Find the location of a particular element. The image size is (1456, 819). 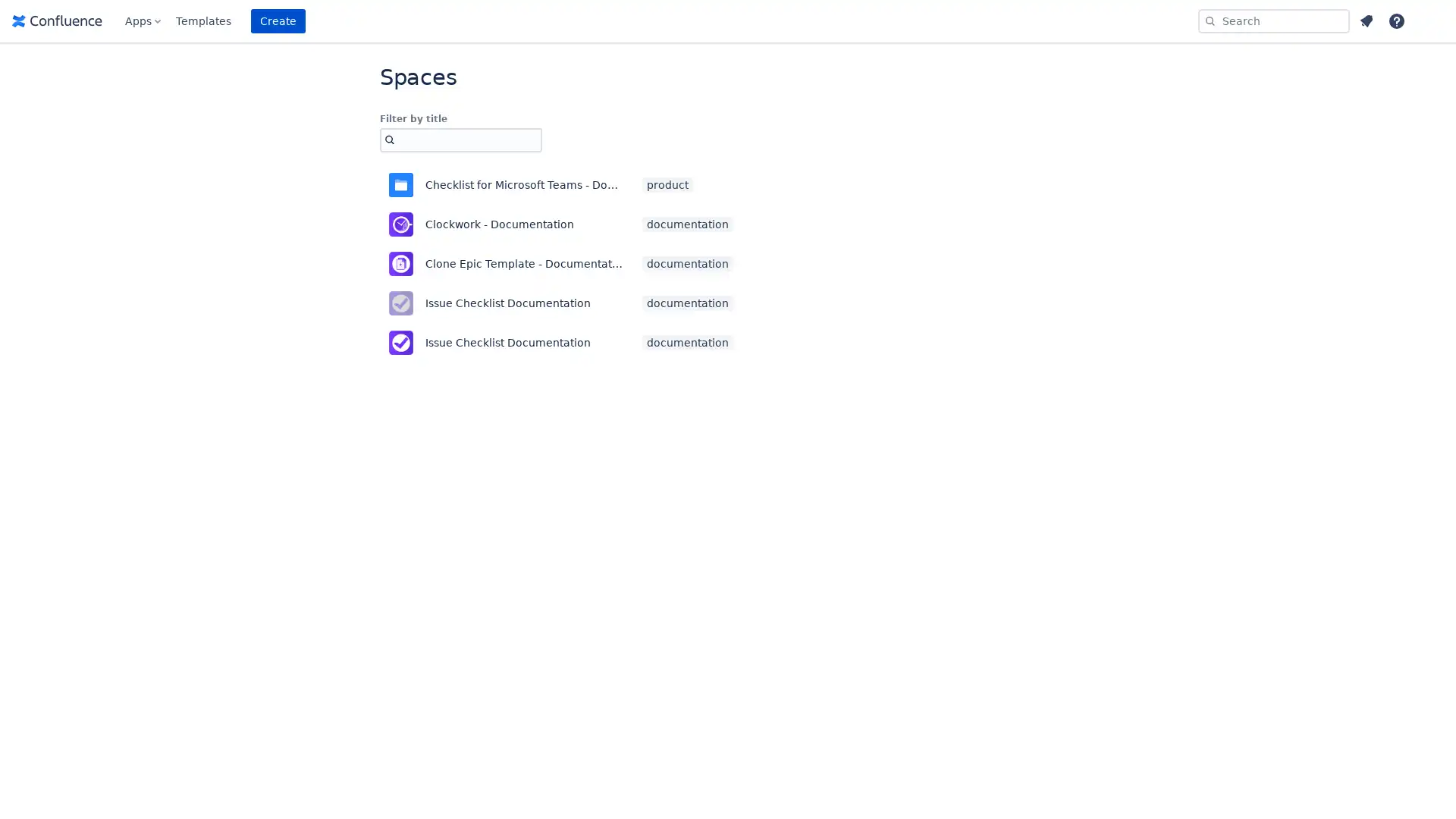

product is located at coordinates (667, 184).